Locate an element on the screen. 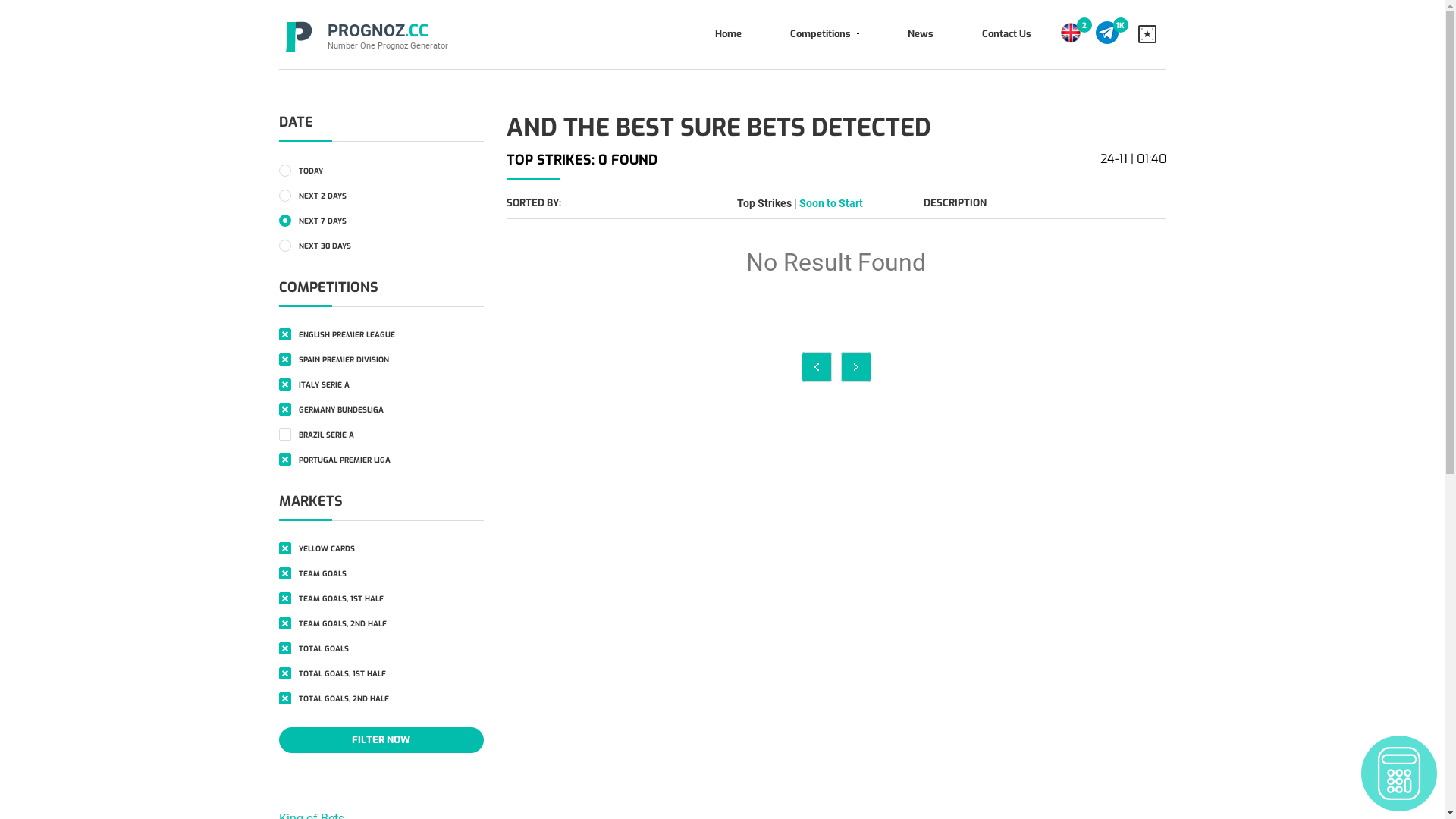 The height and width of the screenshot is (819, 1456). 'FILTER NOW' is located at coordinates (381, 739).